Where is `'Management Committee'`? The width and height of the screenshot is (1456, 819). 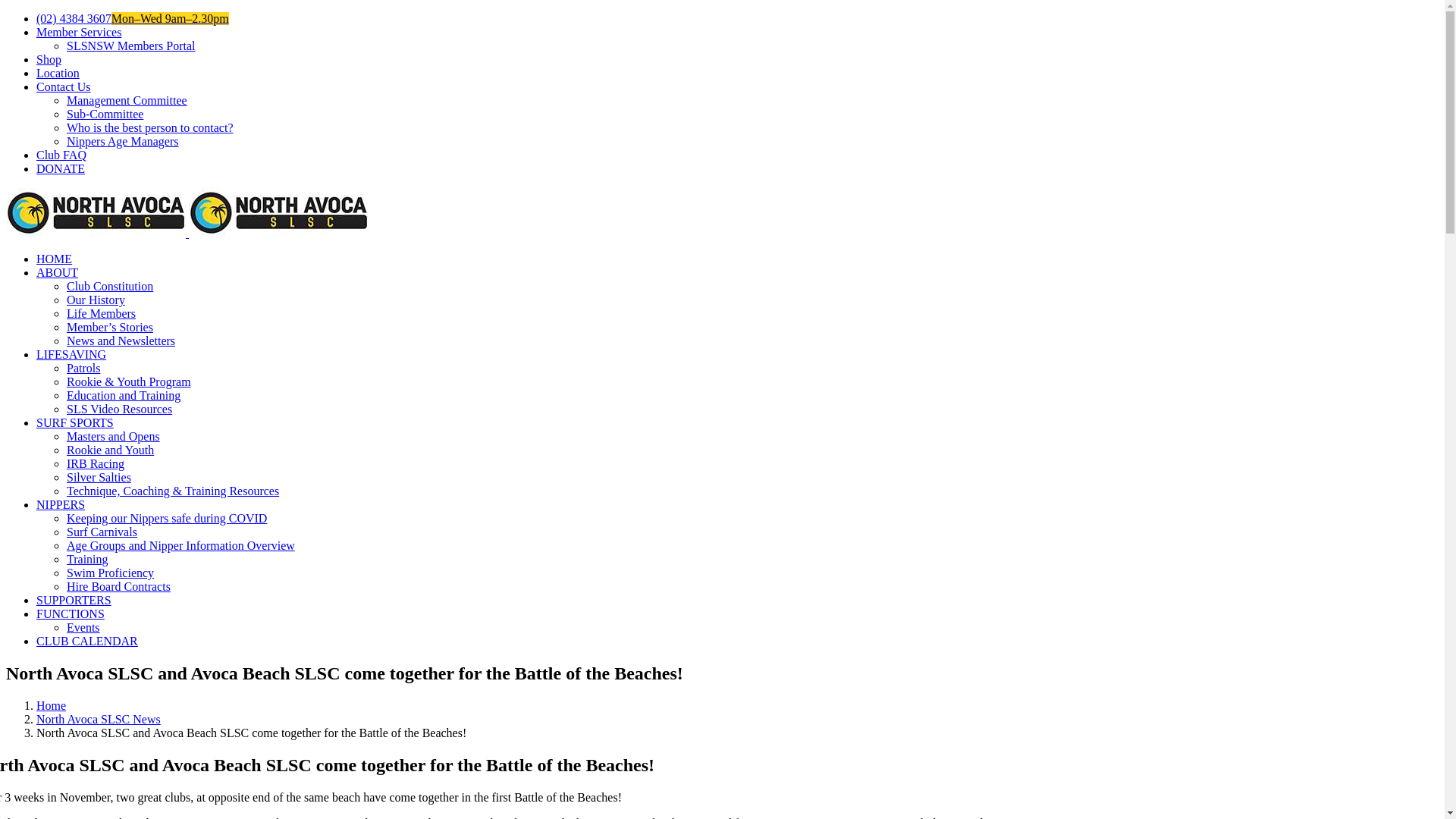 'Management Committee' is located at coordinates (127, 100).